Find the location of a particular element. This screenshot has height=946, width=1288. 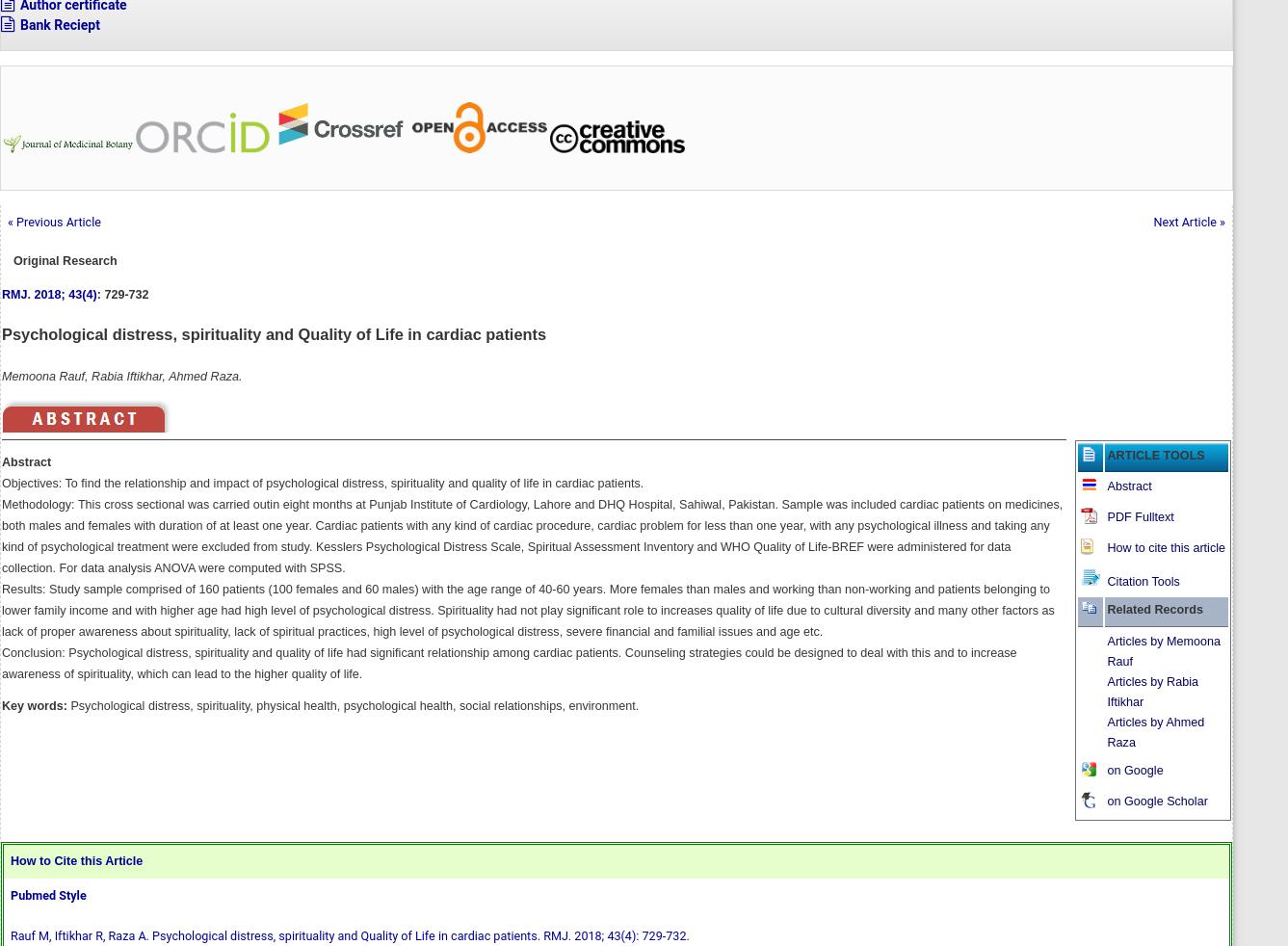

'Methodology: This cross sectional was carried outin eight months at Punjab Institute of Cardiology, Lahore and DHQ Hospital, Sahiwal, Pakistan. Sample was included cardiac patients on medicines, both males and females with duration of at least one year. Cardiac patients with any kind of cardiac procedure, cardiac problem for less than one year, with any psychological illness and taking any kind of psychological treatment were excluded from study. Kesslers Psychological Distress Scale, Spiritual Assessment Inventory and WHO Quality of Life-BREF were administered for data collection. For data analysis ANOVA were computed with SPSS.' is located at coordinates (2, 535).